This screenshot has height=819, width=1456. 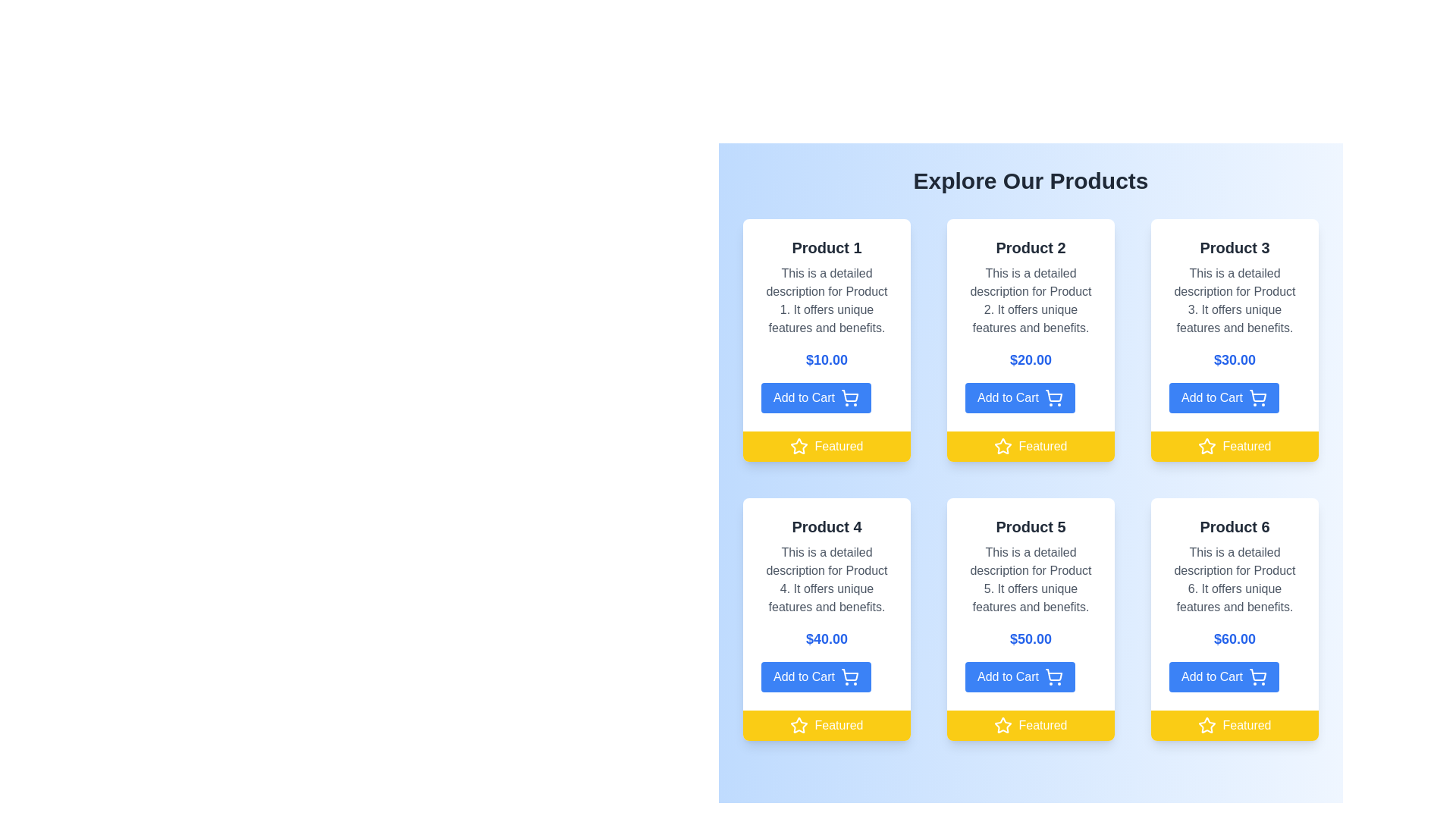 What do you see at coordinates (849, 676) in the screenshot?
I see `the shopping cart icon located to the right of the 'Add to Cart' button for 'Product 4' in the second row, first column of the product grid` at bounding box center [849, 676].